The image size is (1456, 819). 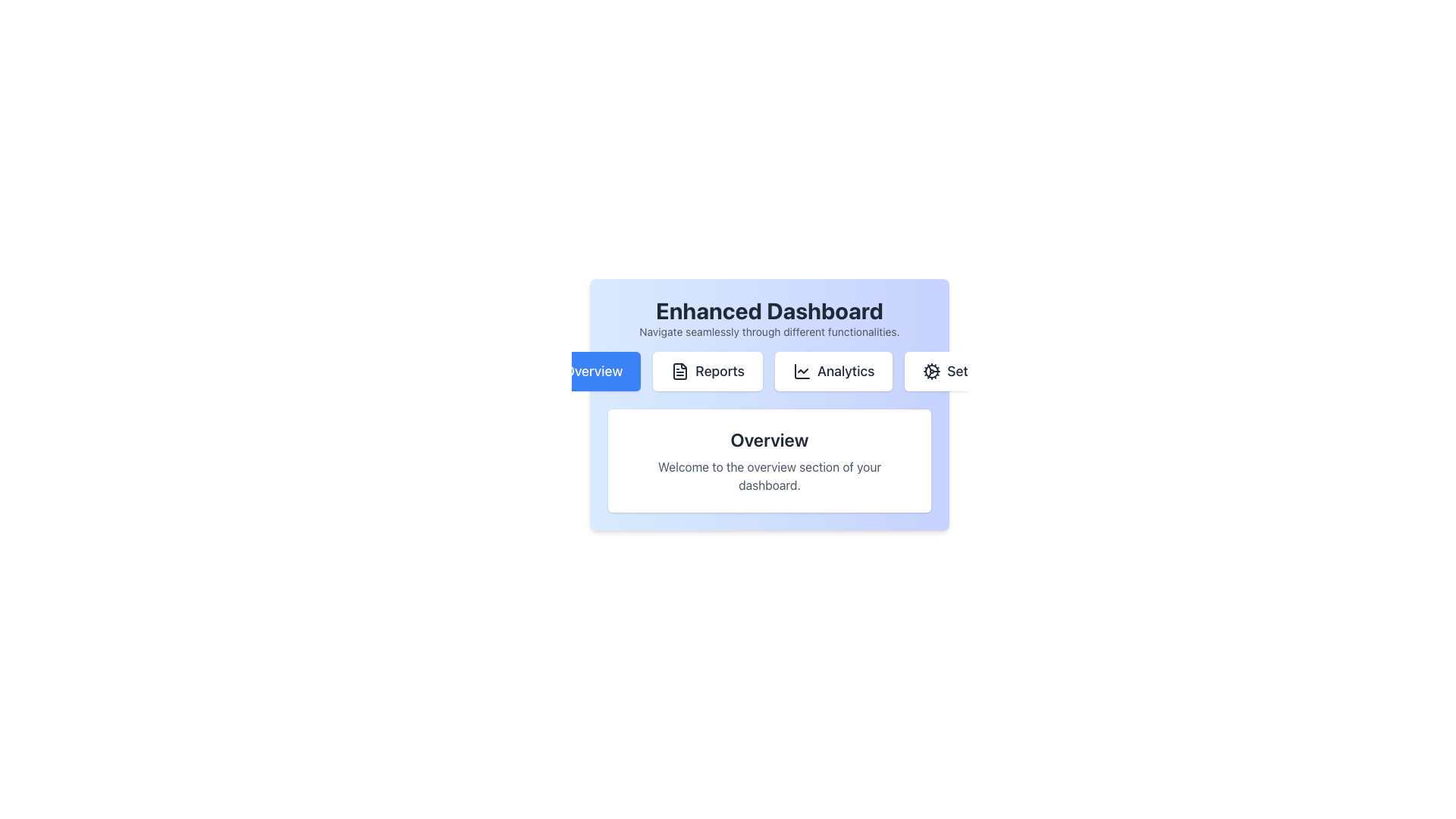 What do you see at coordinates (801, 371) in the screenshot?
I see `the small chart-like icon representing analytics, located within the 'Analytics' button, positioned between the 'Reports' and 'Set' buttons in the top-center of the interface` at bounding box center [801, 371].